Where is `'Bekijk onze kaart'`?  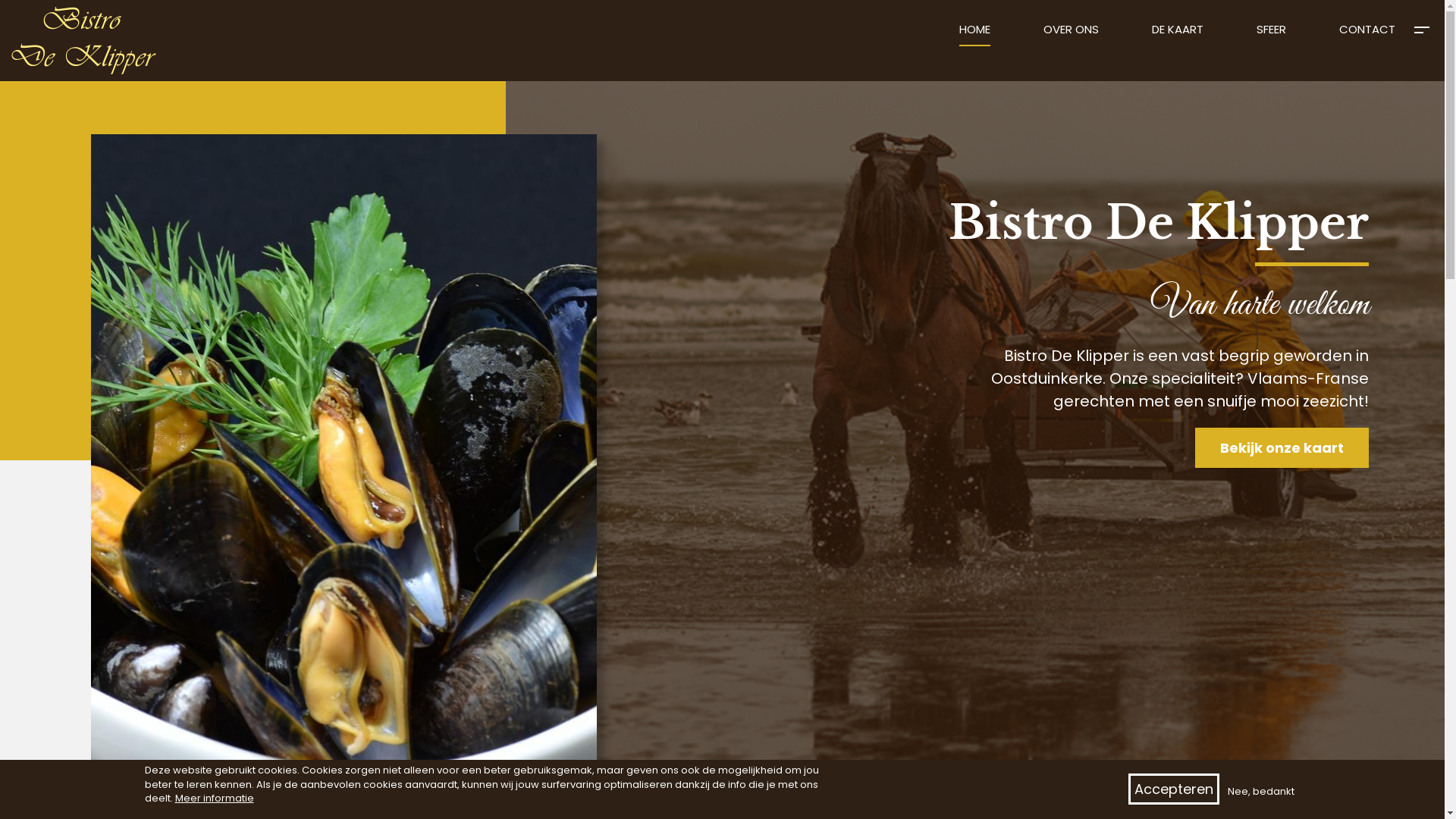 'Bekijk onze kaart' is located at coordinates (1281, 447).